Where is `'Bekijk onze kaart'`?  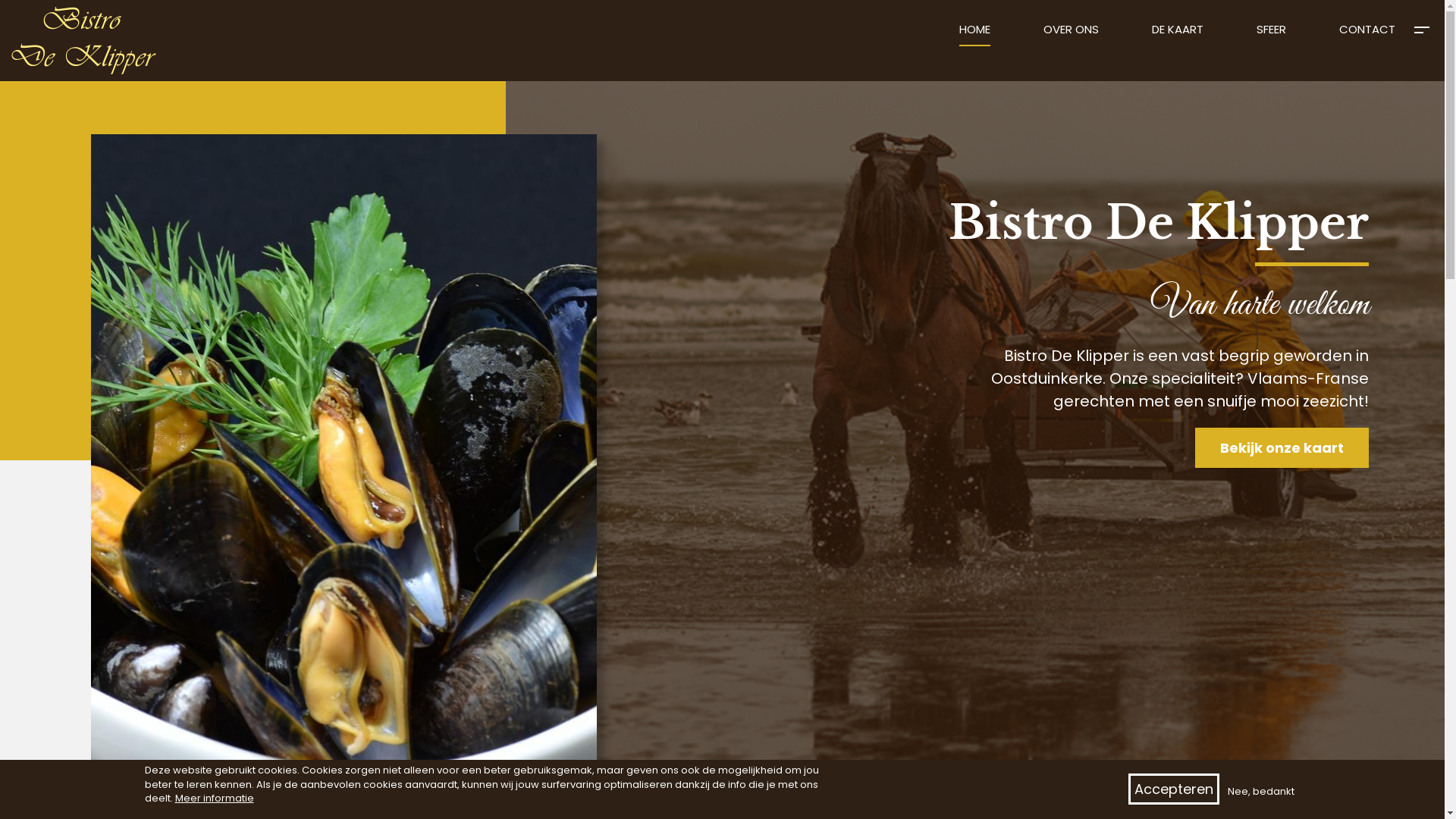 'Bekijk onze kaart' is located at coordinates (1281, 447).